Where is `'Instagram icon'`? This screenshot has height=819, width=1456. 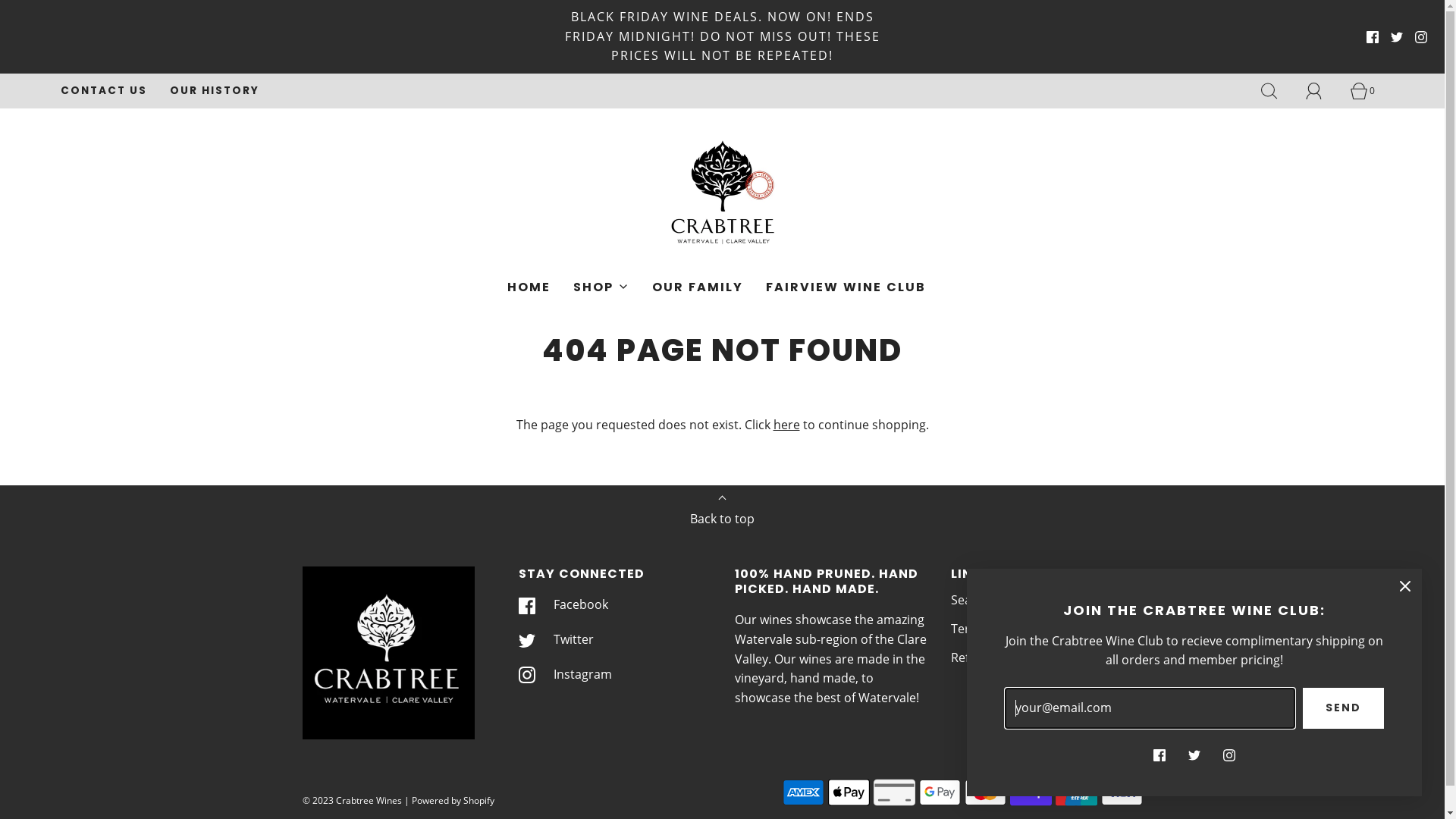
'Instagram icon' is located at coordinates (1222, 755).